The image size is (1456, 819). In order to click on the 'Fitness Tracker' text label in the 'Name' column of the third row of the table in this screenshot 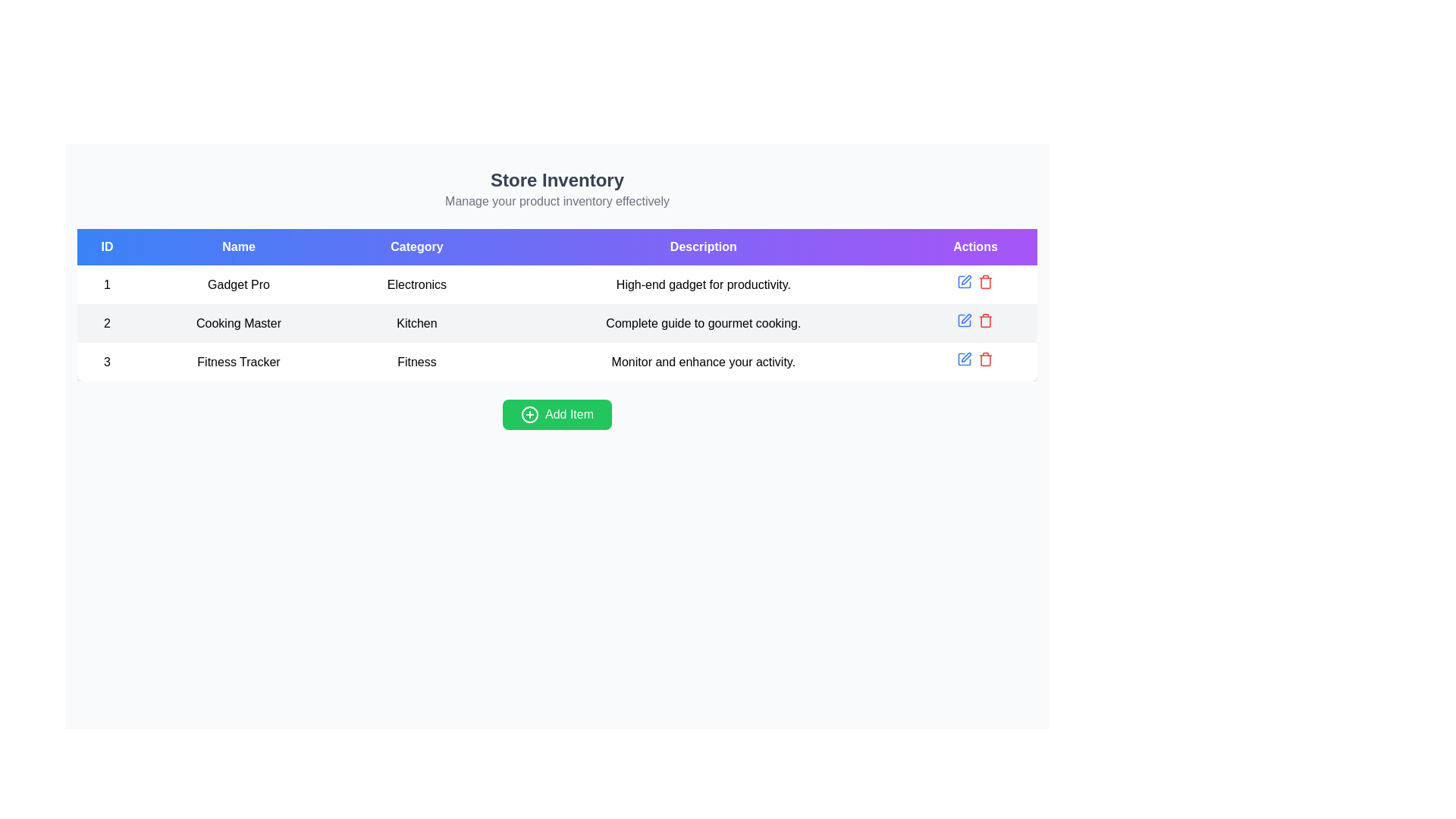, I will do `click(238, 362)`.